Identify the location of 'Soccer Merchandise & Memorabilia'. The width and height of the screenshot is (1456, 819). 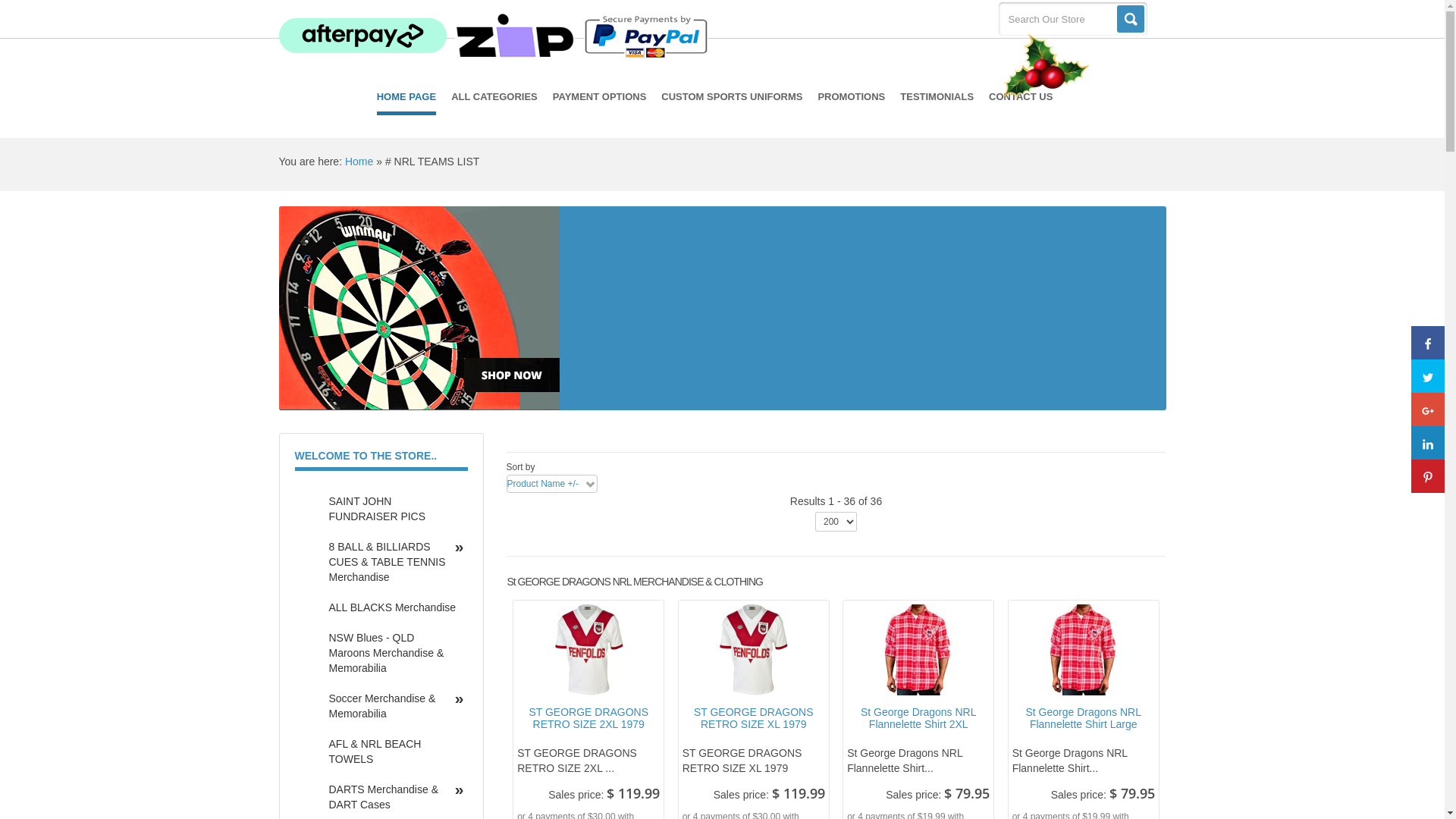
(392, 705).